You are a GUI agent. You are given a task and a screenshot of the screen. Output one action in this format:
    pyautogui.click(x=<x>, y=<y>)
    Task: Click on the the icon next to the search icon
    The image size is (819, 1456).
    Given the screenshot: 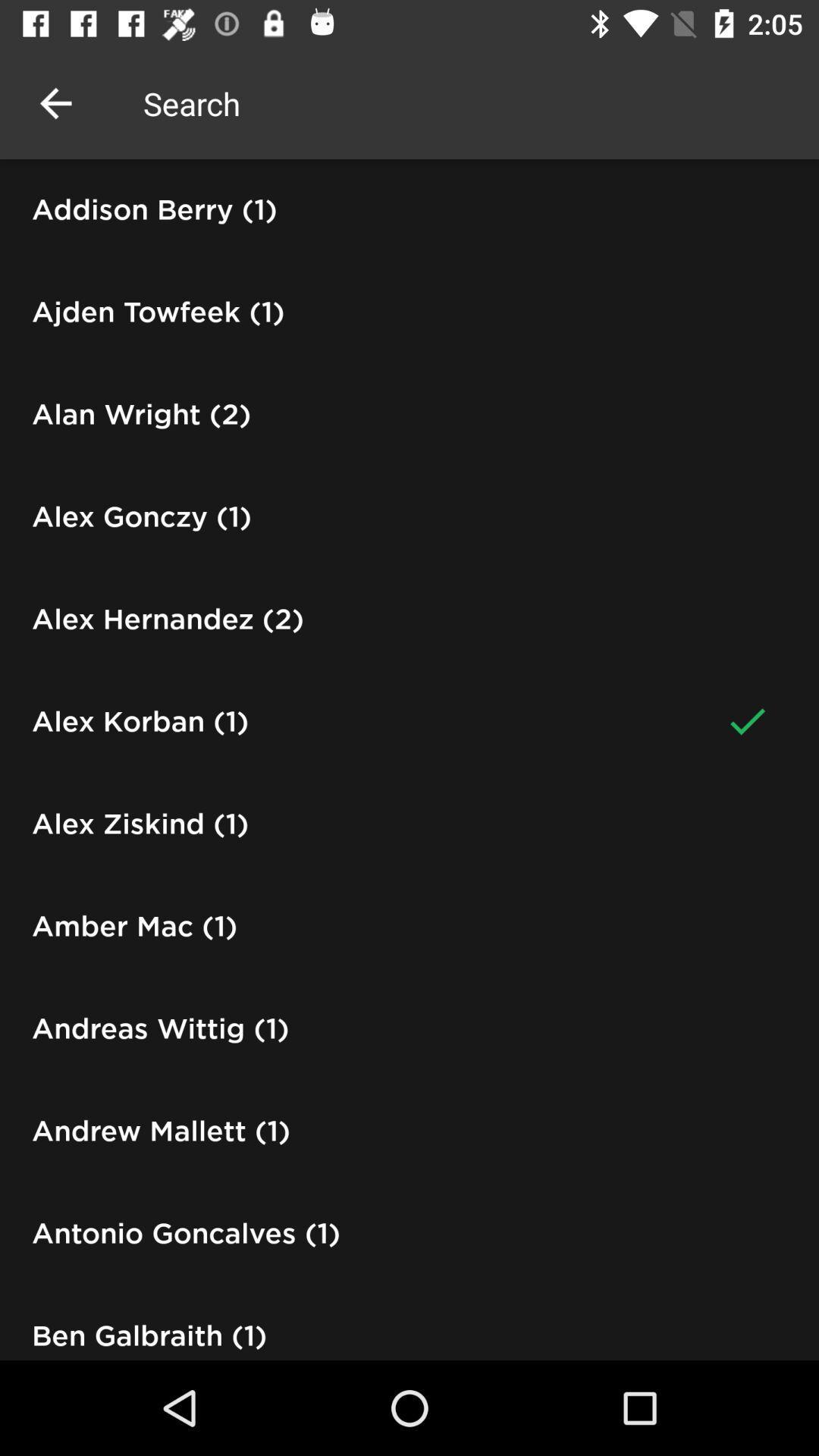 What is the action you would take?
    pyautogui.click(x=55, y=102)
    